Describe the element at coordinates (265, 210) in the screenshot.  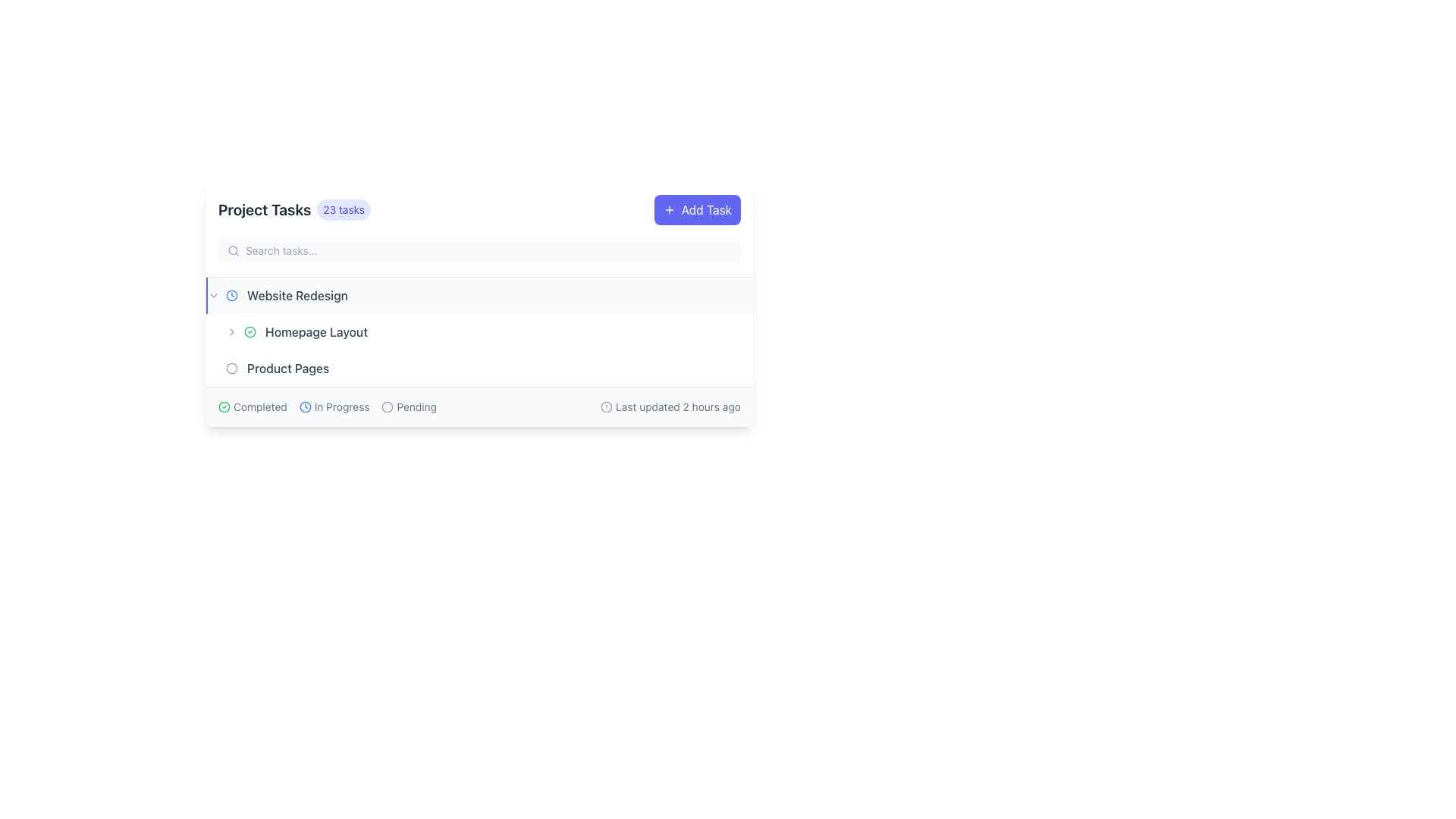
I see `the text label indicating 'Project Tasks', which serves as a section header for the tasks below` at that location.